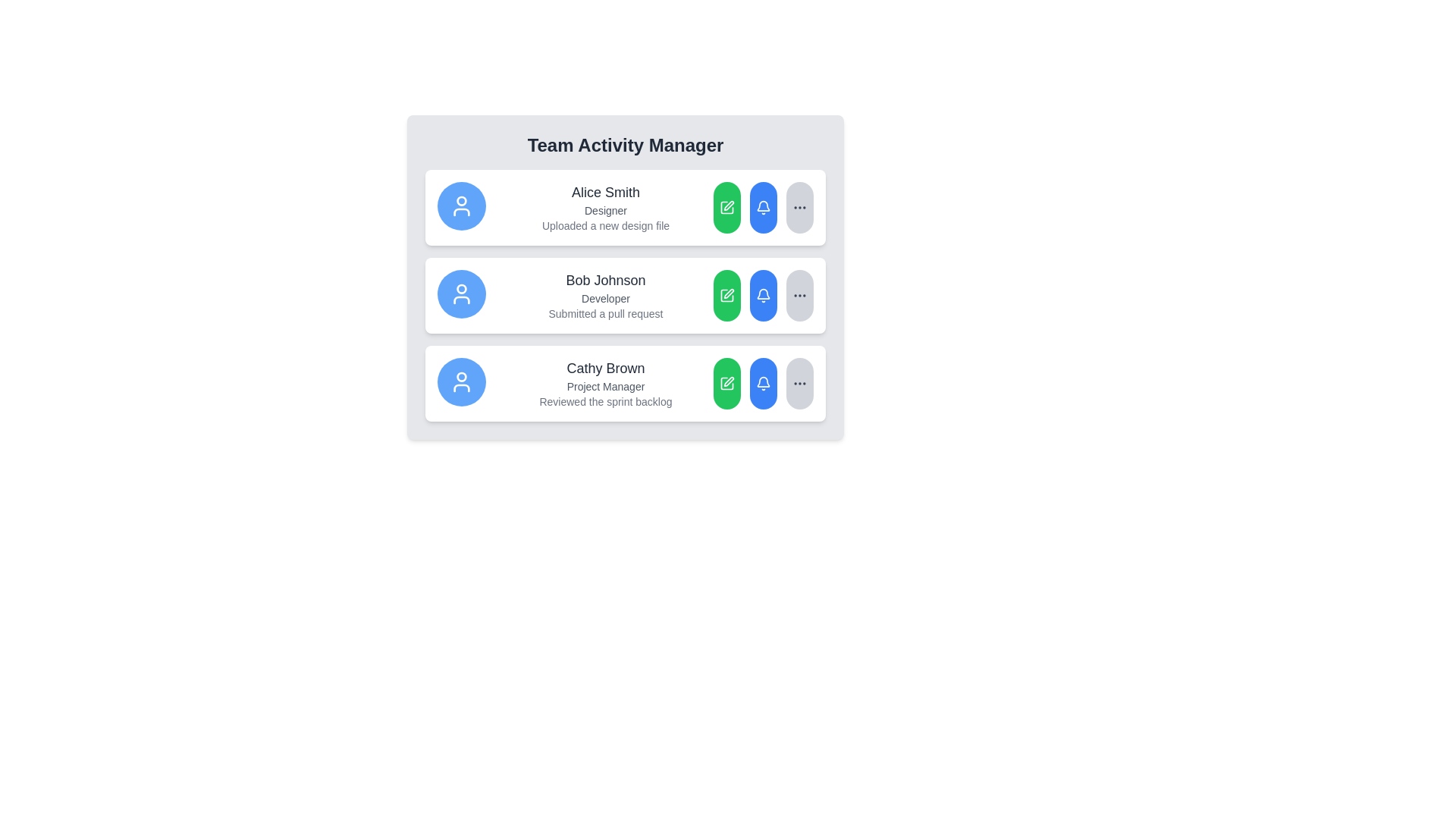  I want to click on the icon button resembling a square with a pen, styled with a green background and positioned as the first of the two green buttons in the action button set for the third user entry, for keyboard navigation interoperability, so click(726, 382).